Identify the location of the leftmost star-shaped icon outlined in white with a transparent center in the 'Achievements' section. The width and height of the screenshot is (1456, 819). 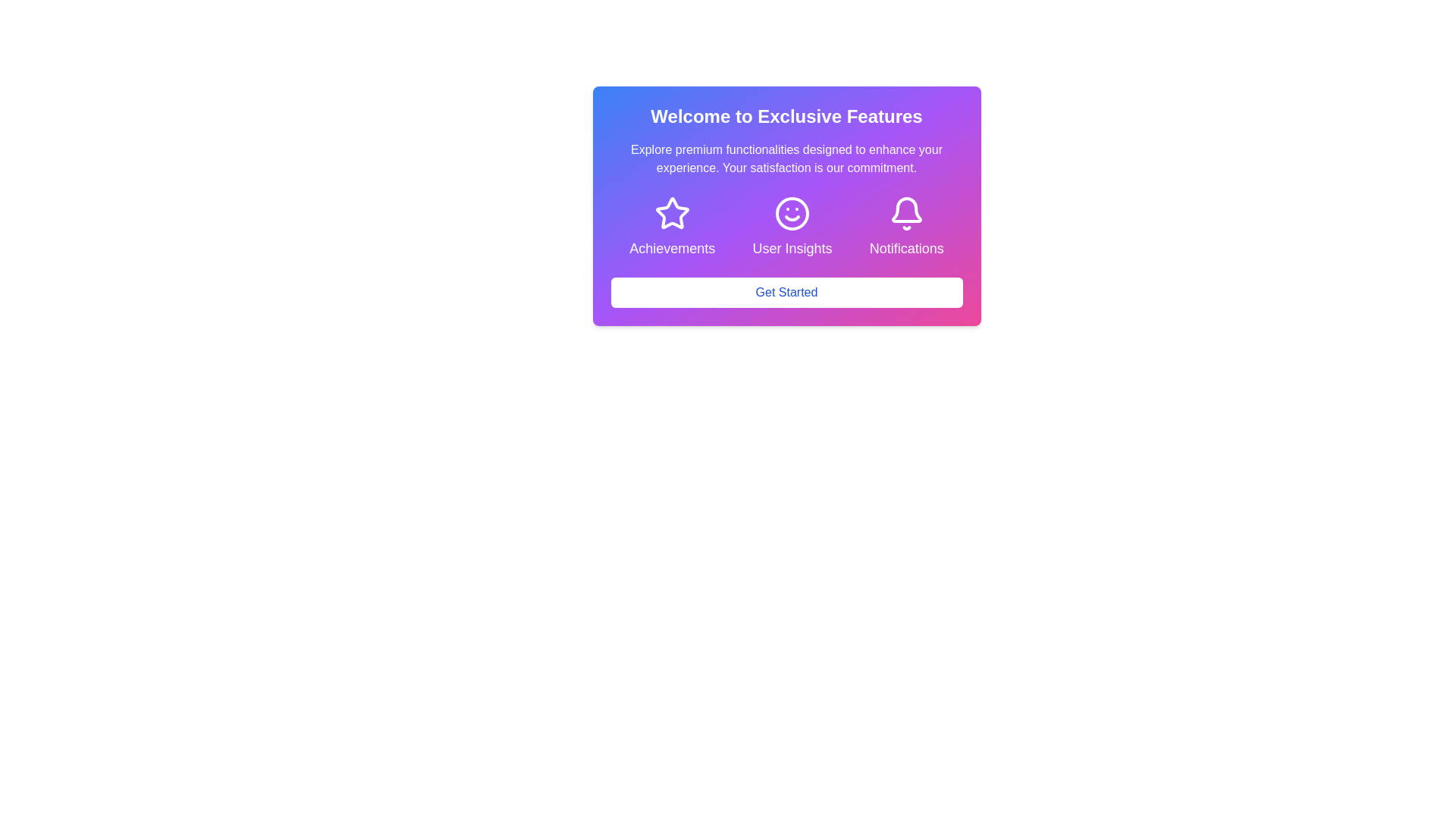
(671, 213).